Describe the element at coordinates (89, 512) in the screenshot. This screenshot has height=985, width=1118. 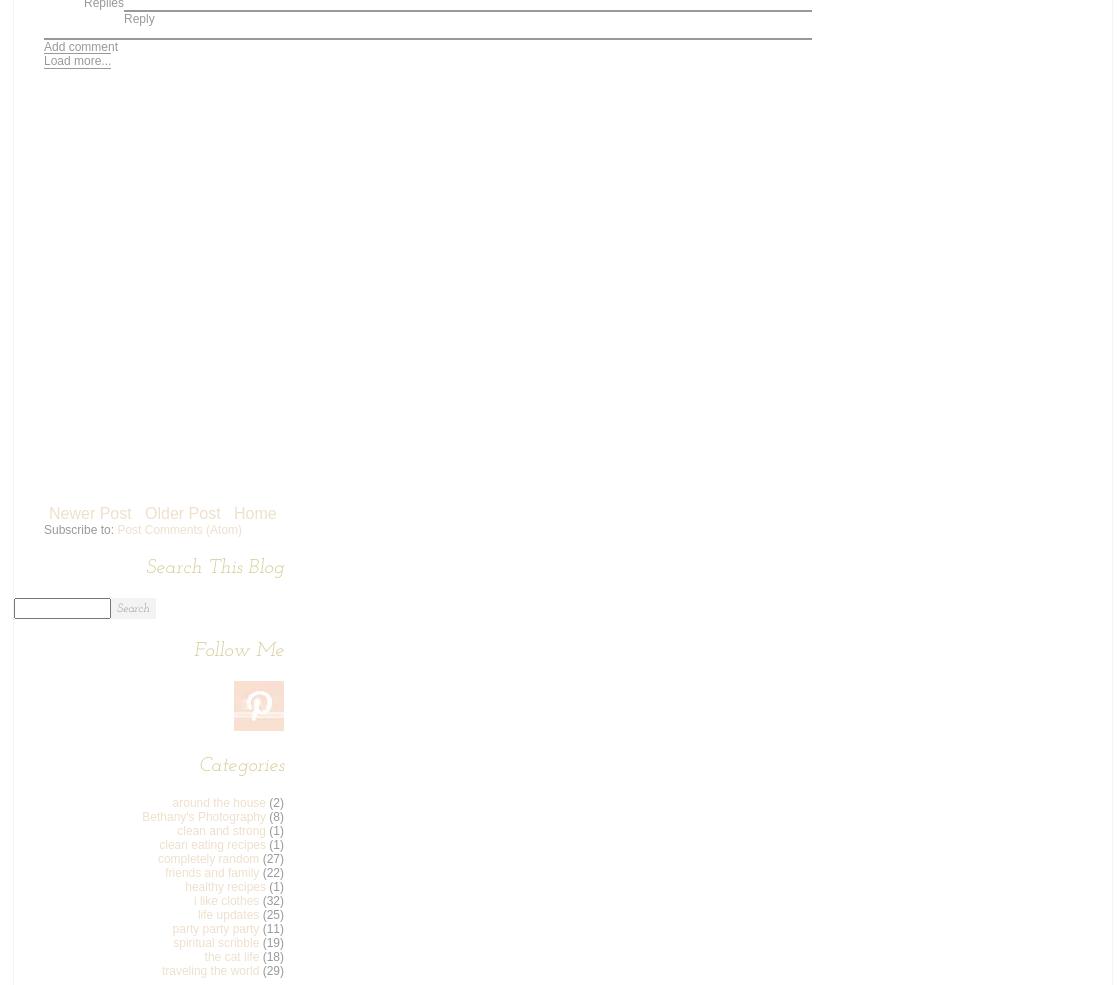
I see `'Newer Post'` at that location.